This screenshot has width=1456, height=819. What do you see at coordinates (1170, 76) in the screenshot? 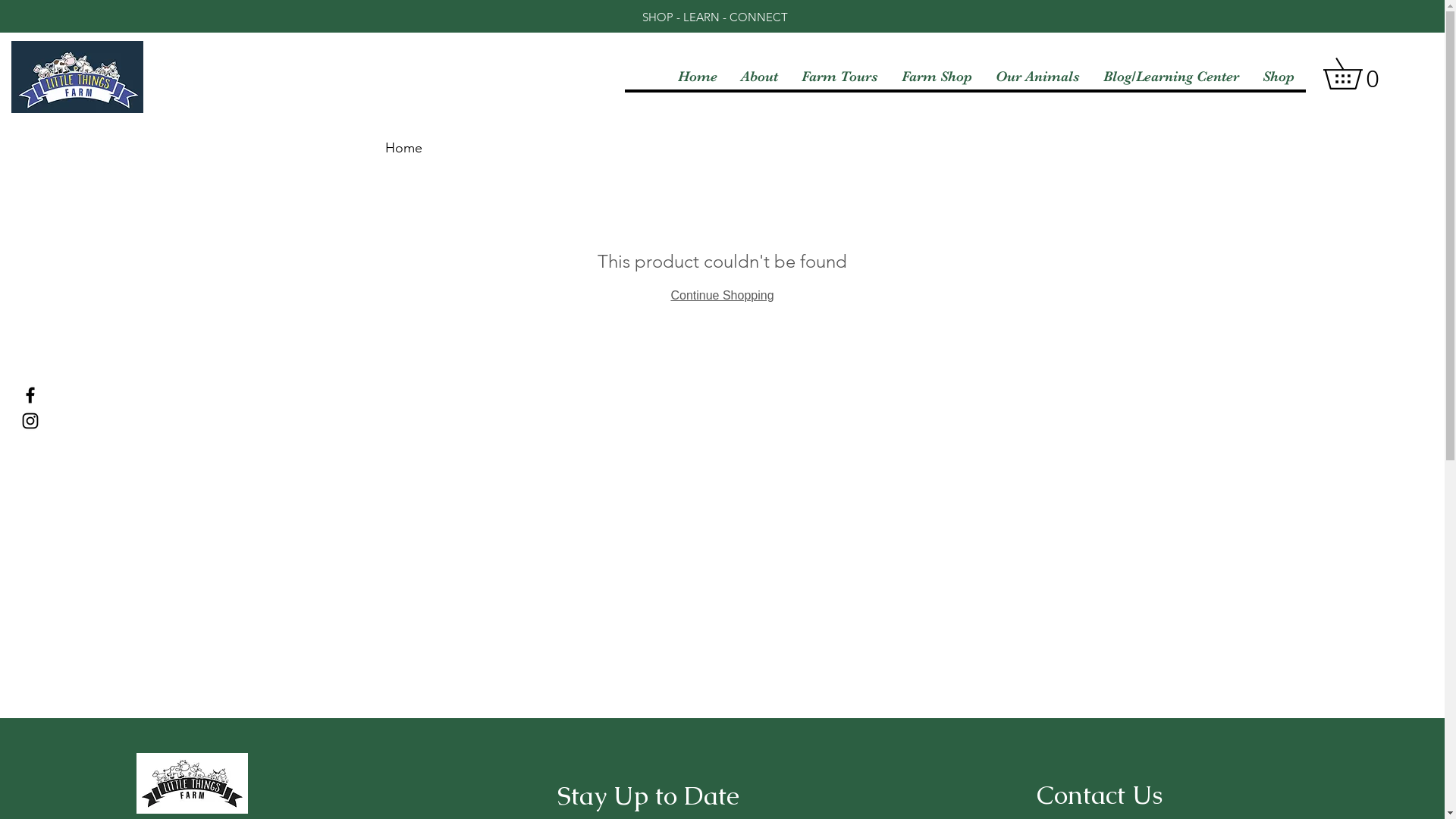
I see `'Blog/Learning Center'` at bounding box center [1170, 76].